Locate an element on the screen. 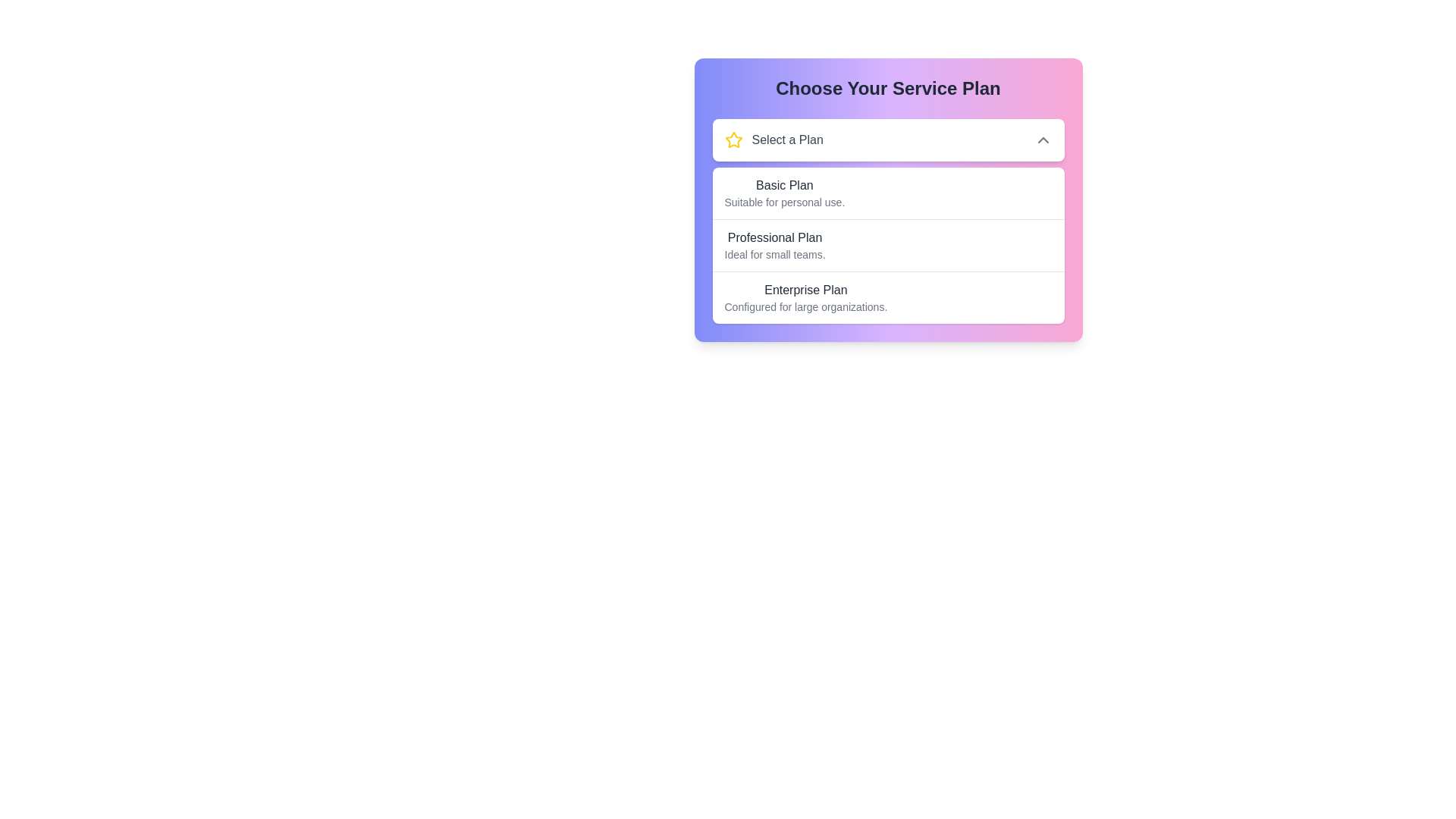 The image size is (1456, 819). text content of the 'Basic Plan' label, which is styled in a medium font and appears in dark gray color within the modal 'Choose Your Service Plan' is located at coordinates (784, 185).